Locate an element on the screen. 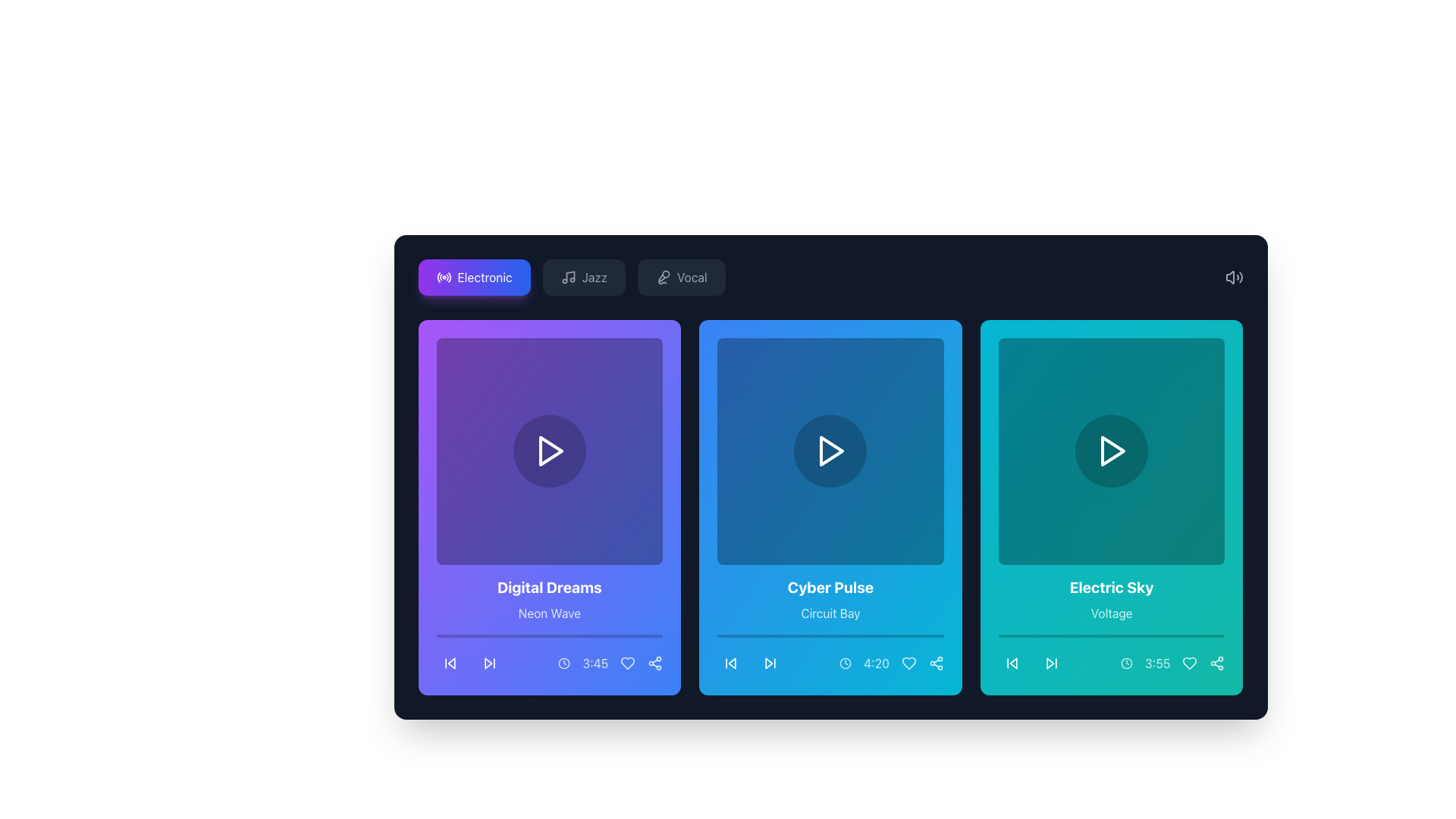 Image resolution: width=1456 pixels, height=819 pixels. the 'like' icon button located at the bottom right of the 'Electric Sky' card is located at coordinates (1189, 662).